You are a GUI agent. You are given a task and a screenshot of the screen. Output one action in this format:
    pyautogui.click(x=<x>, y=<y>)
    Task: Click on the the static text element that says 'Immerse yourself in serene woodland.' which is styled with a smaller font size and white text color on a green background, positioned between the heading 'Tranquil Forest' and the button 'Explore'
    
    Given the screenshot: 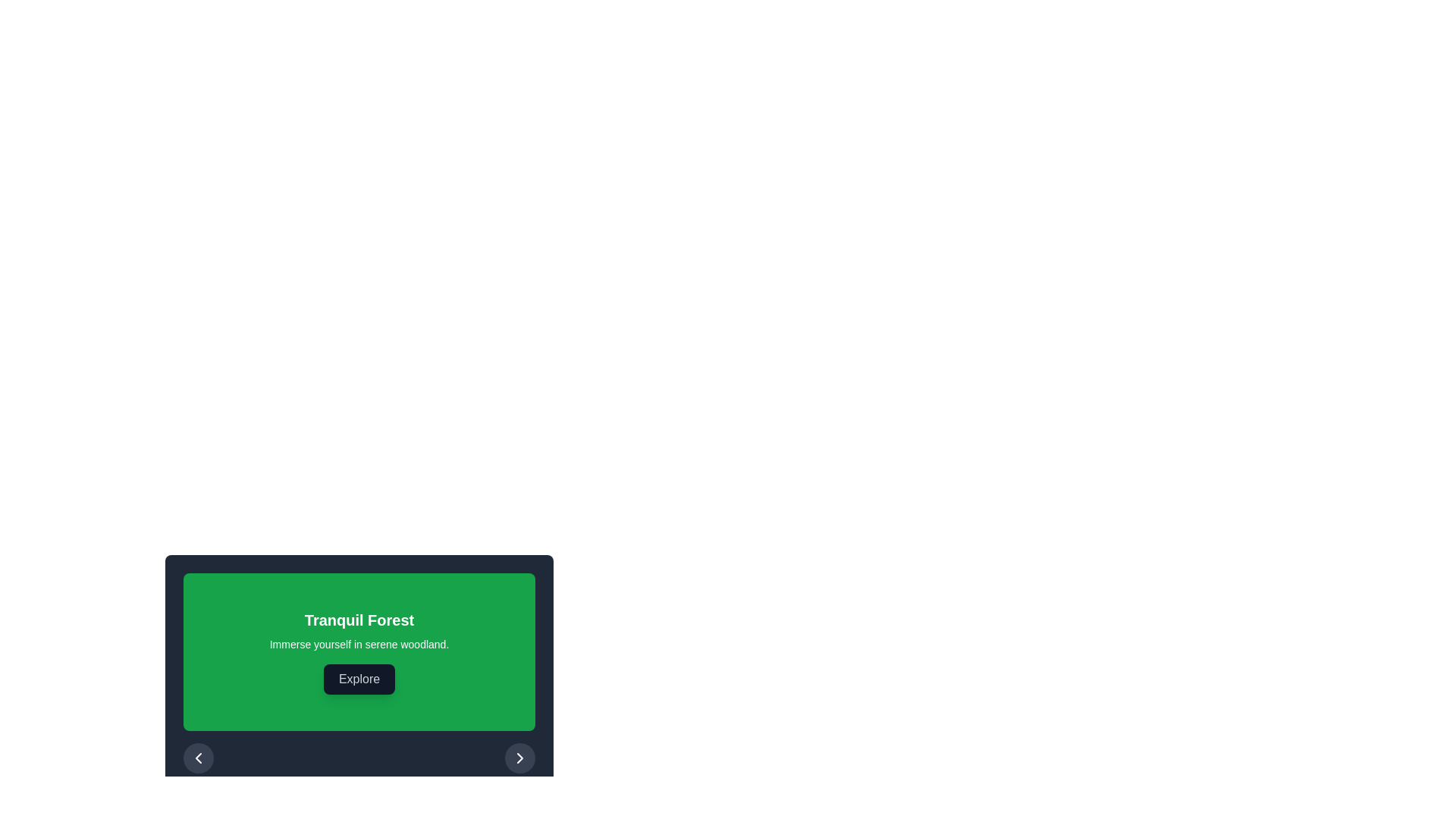 What is the action you would take?
    pyautogui.click(x=359, y=644)
    